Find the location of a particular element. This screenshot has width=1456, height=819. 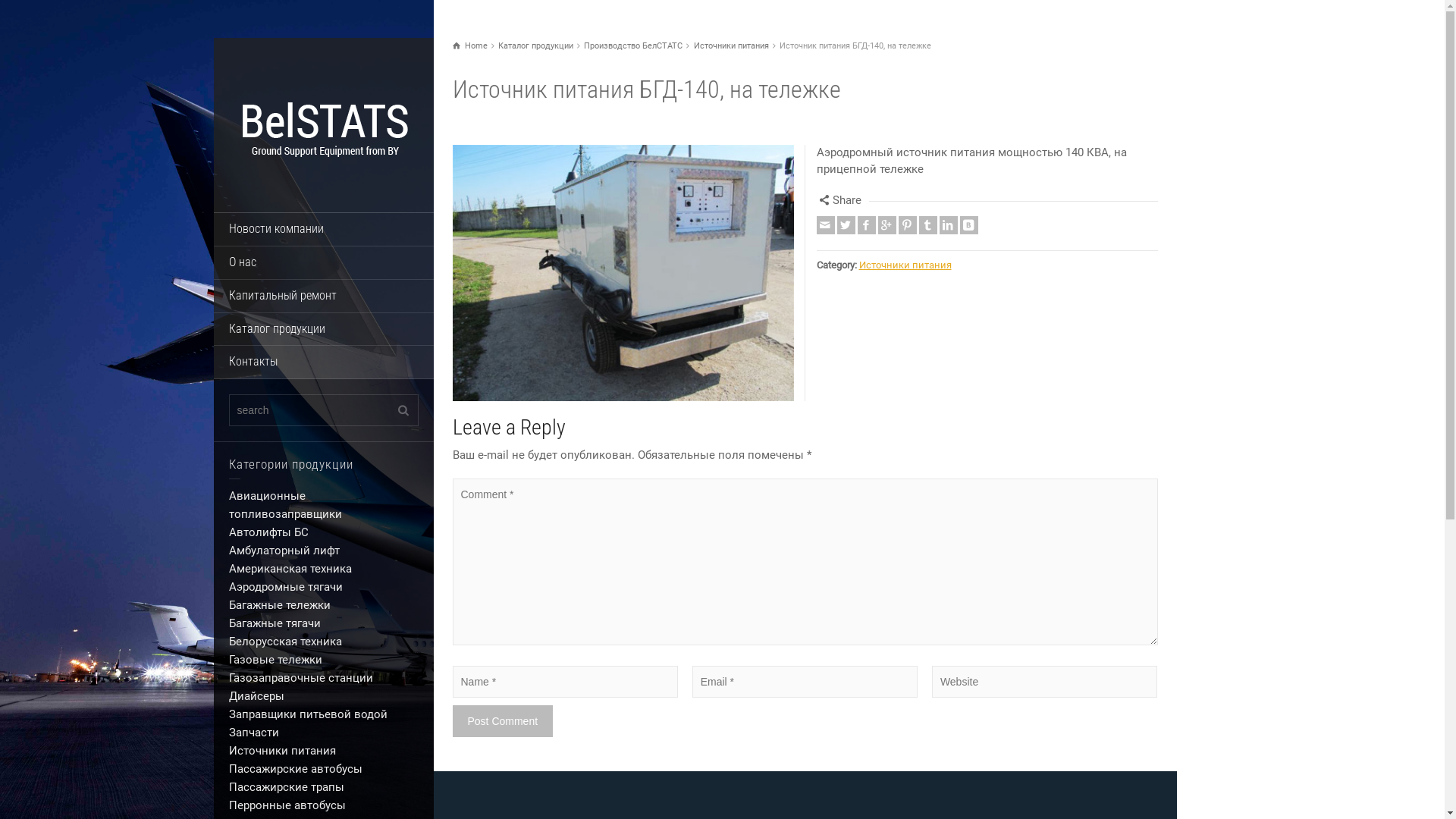

'Tumblr' is located at coordinates (927, 225).